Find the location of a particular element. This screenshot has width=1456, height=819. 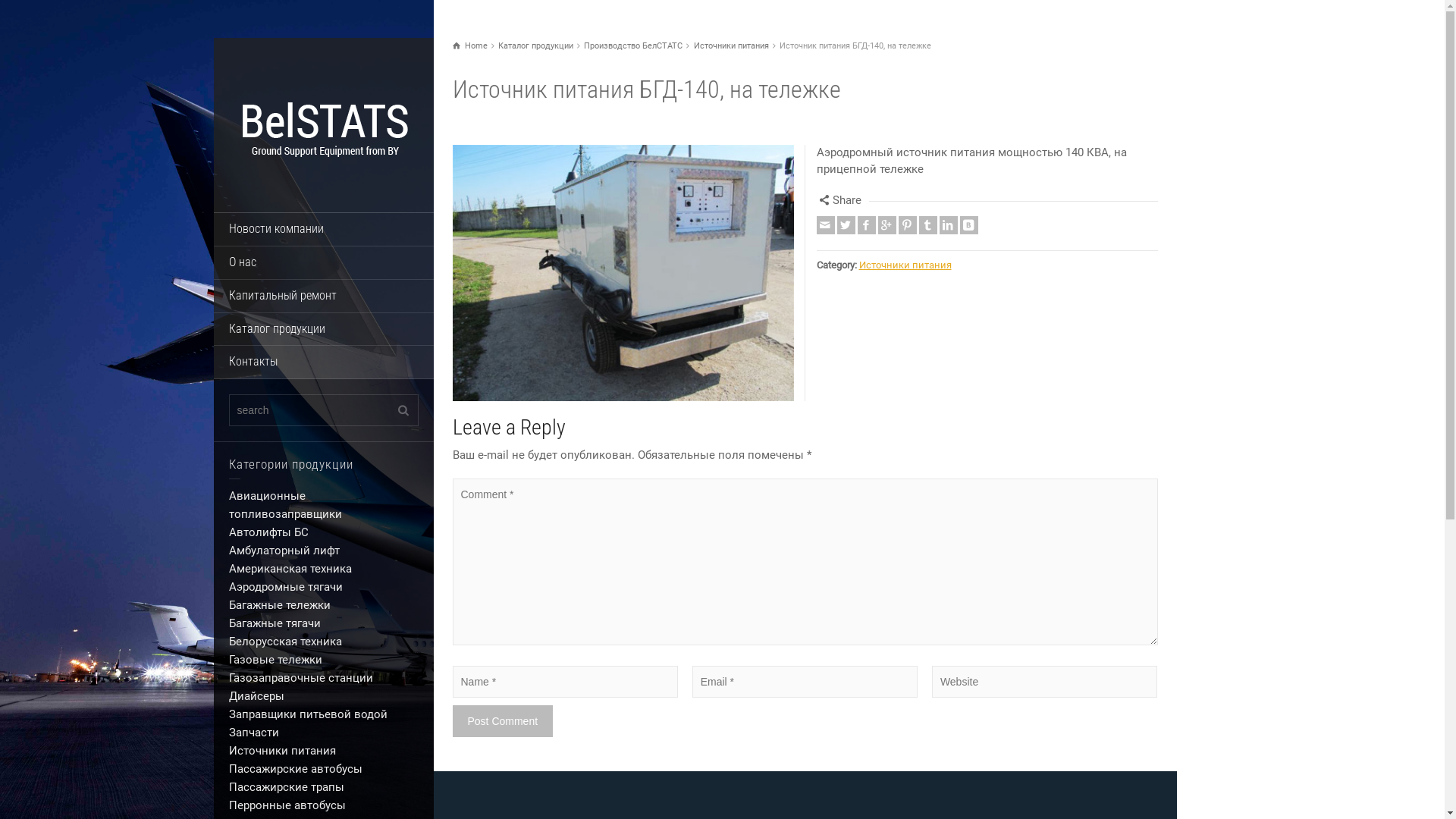

'Tumblr' is located at coordinates (927, 225).